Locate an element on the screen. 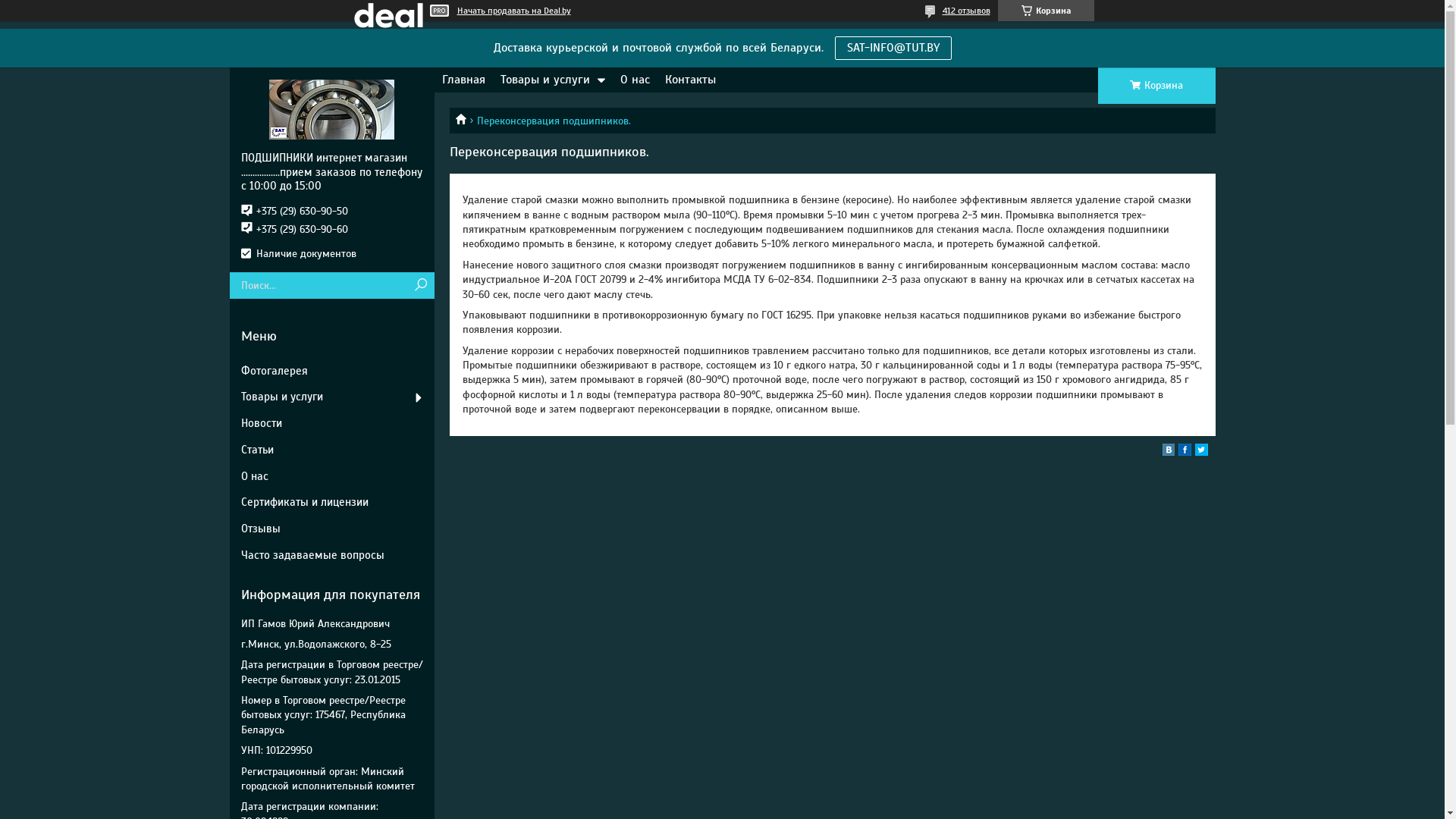 The height and width of the screenshot is (819, 1456). 'facebook' is located at coordinates (1184, 451).